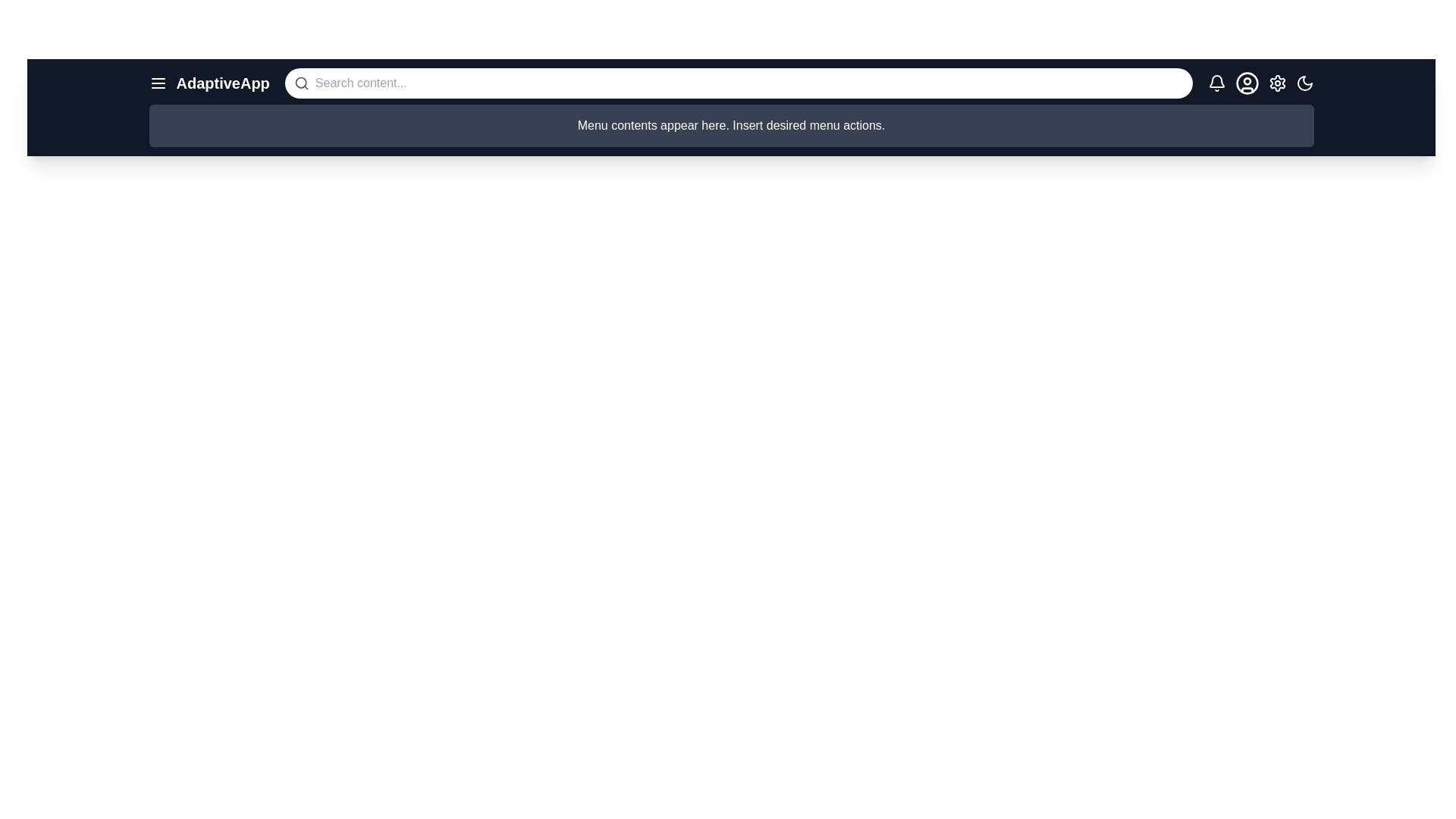 This screenshot has height=819, width=1456. I want to click on the user_circle icon to reveal its tooltip, so click(1247, 83).